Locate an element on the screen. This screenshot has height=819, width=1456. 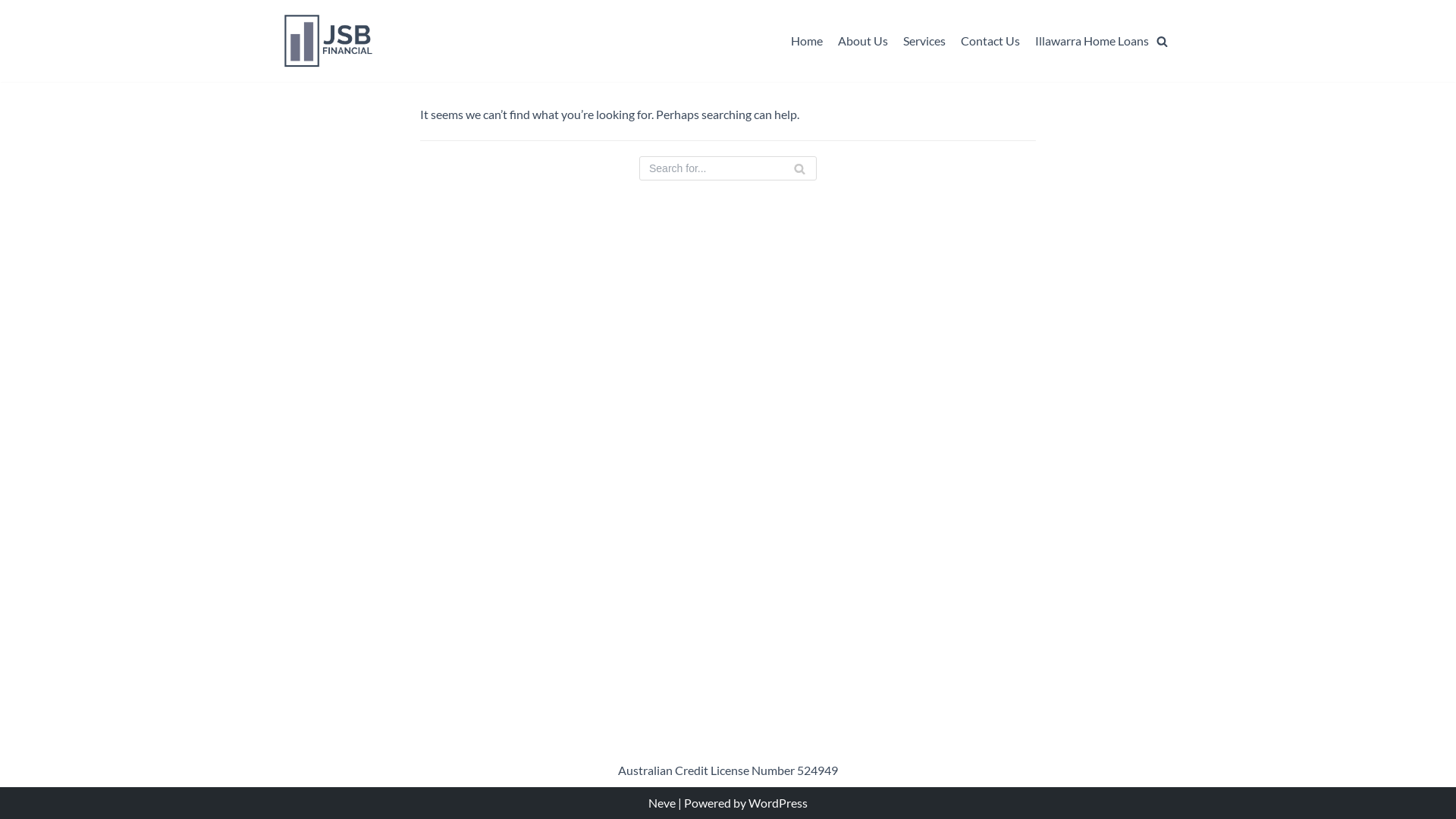
'Skip to content' is located at coordinates (14, 32).